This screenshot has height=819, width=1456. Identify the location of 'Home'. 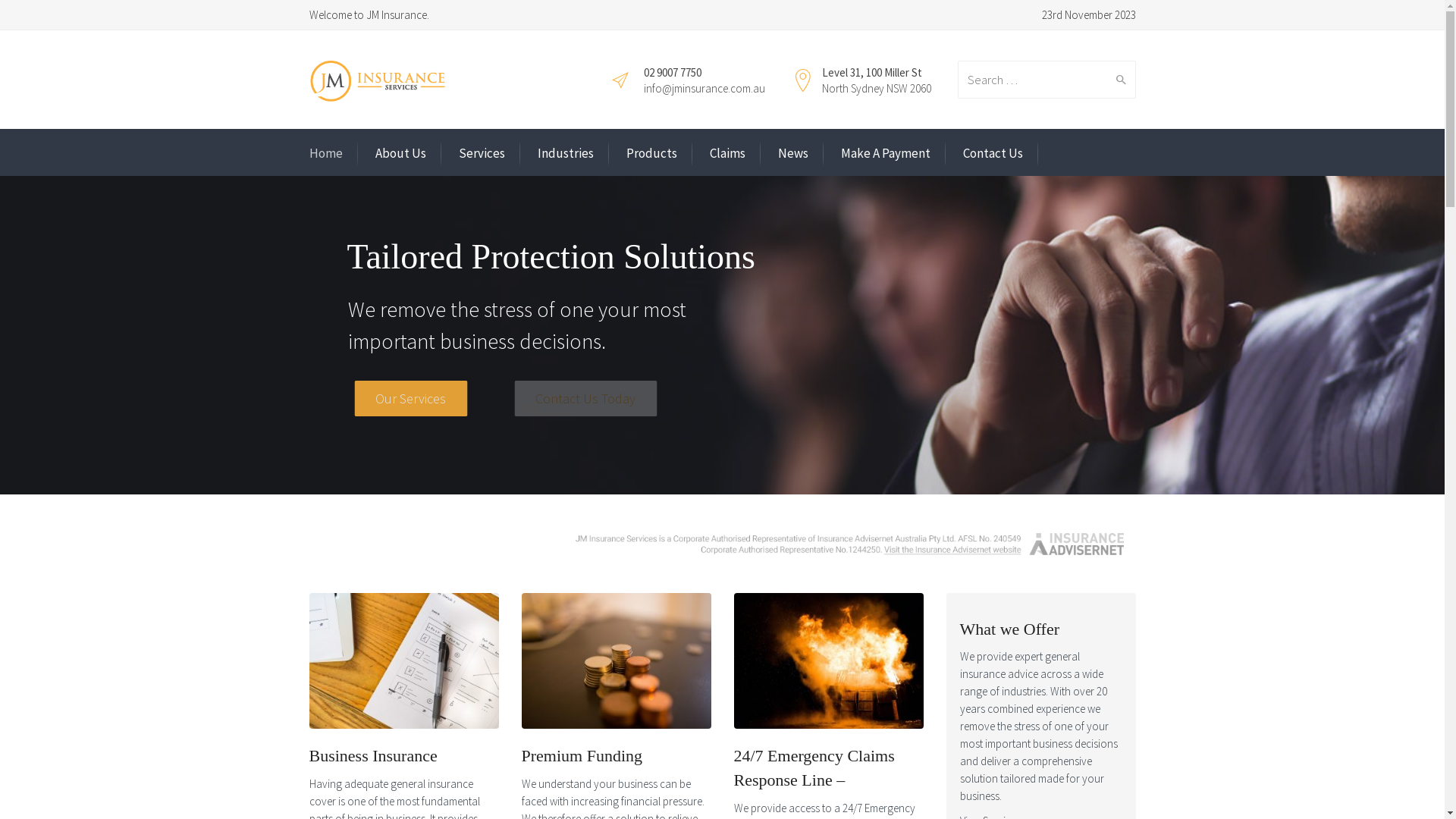
(325, 153).